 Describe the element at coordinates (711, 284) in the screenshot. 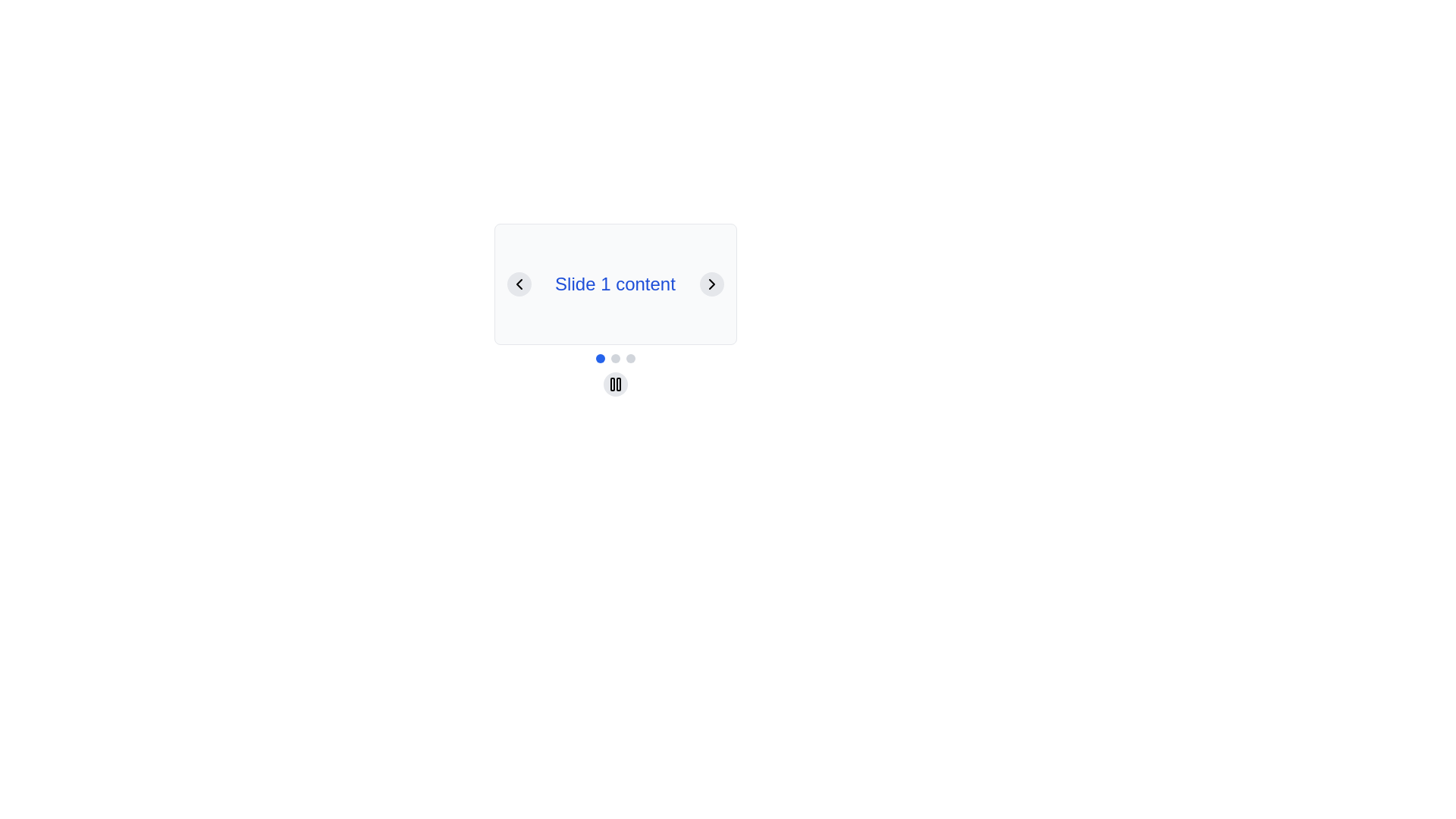

I see `the right navigation button in the carousel` at that location.